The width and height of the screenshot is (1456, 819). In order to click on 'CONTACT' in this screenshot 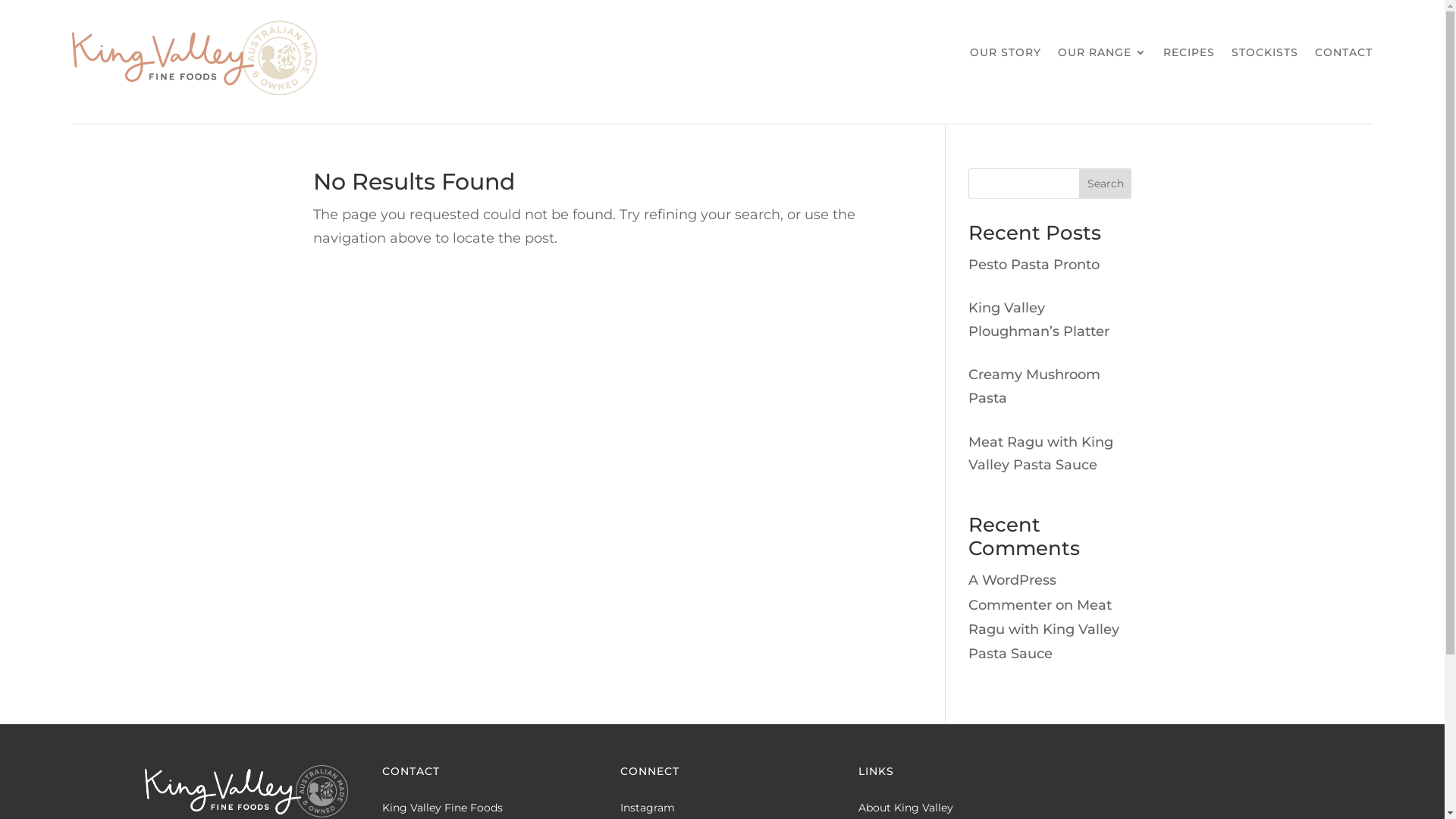, I will do `click(1343, 55)`.